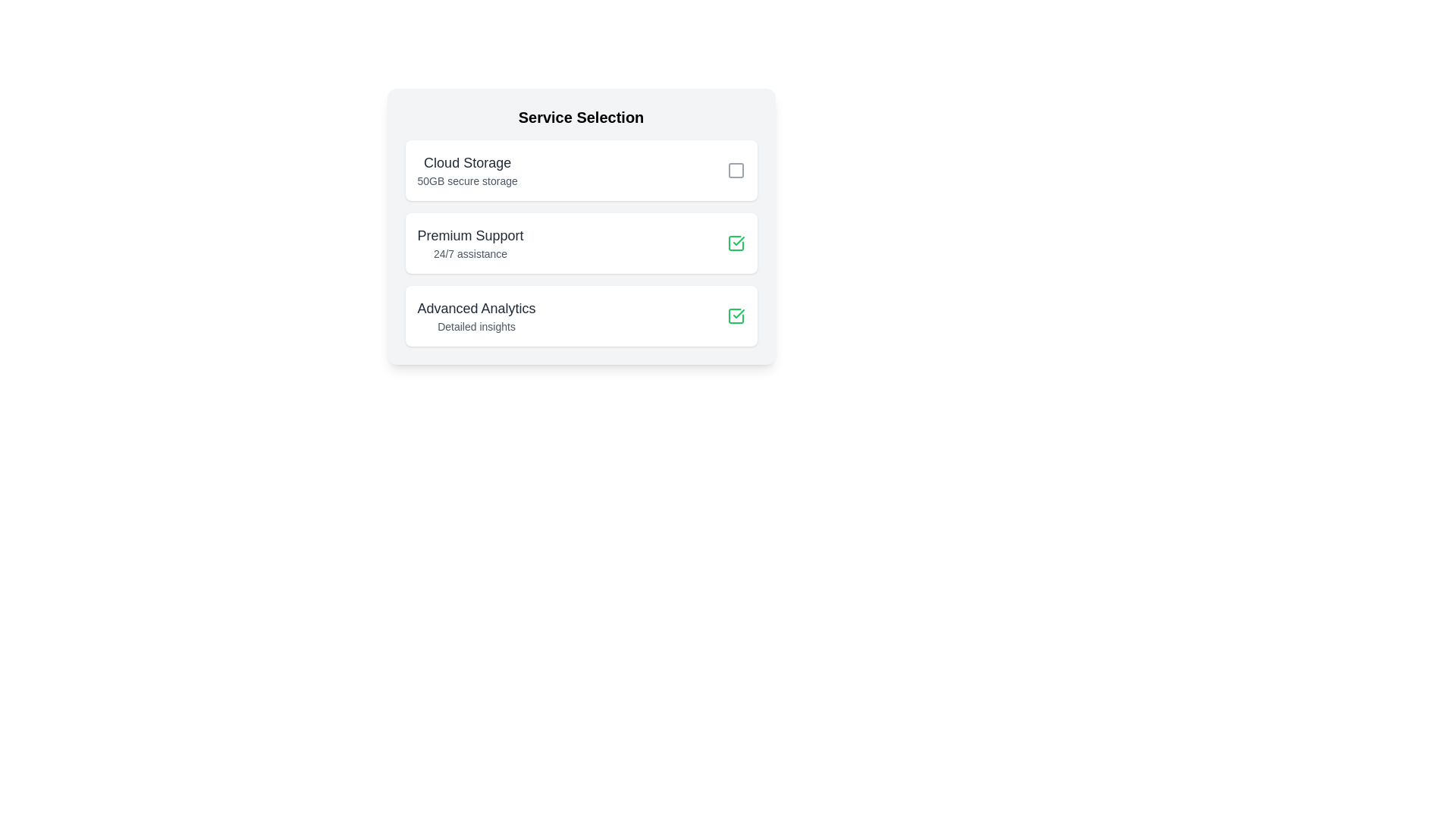  Describe the element at coordinates (736, 170) in the screenshot. I see `the square icon button styled for selection located at the far right of the topmost list item labeled 'Cloud Storage'` at that location.